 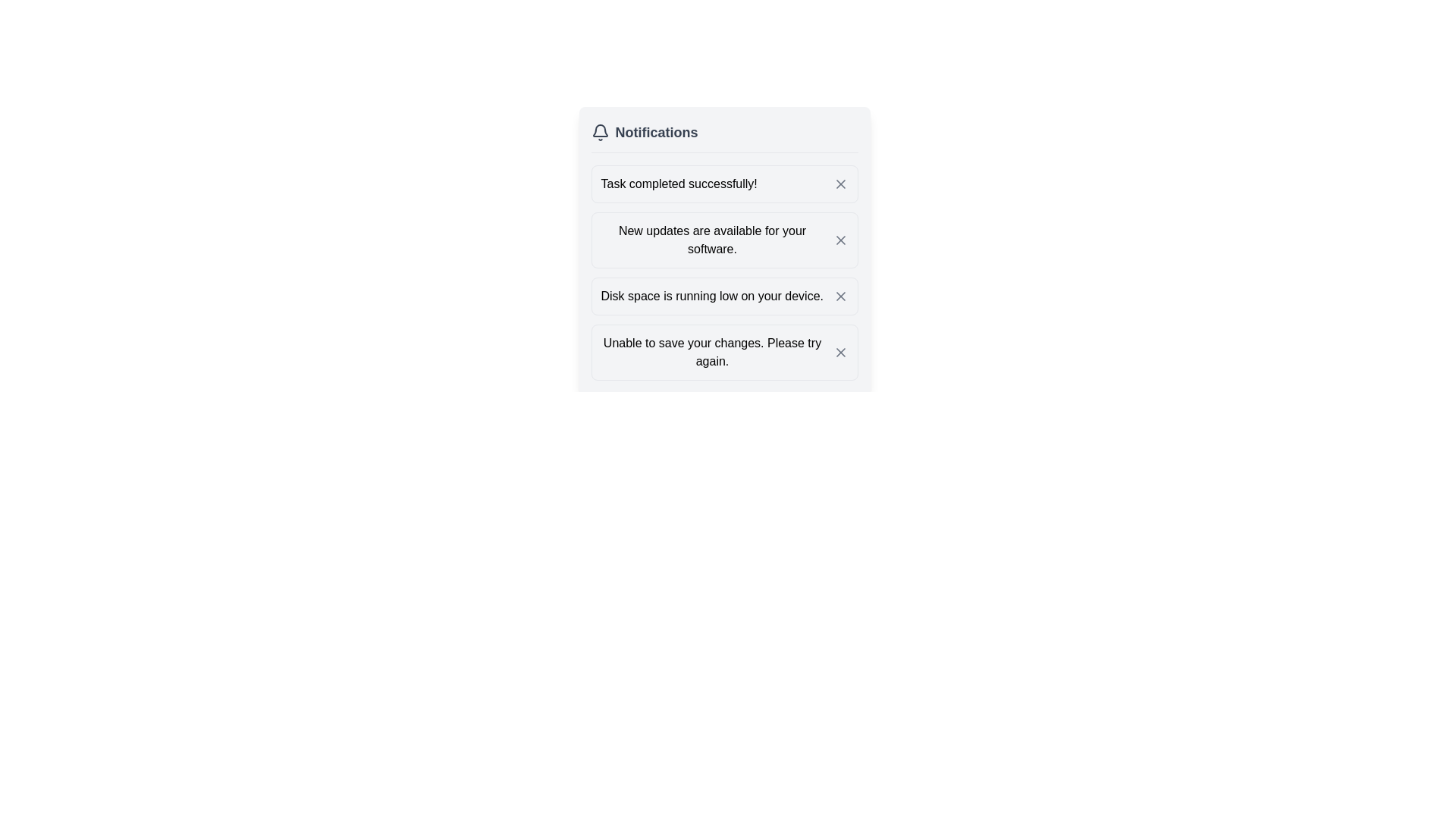 I want to click on the Close button icon, which is located at the far right of the notification panel, aligned with the message 'Task completed successfully!', so click(x=839, y=184).